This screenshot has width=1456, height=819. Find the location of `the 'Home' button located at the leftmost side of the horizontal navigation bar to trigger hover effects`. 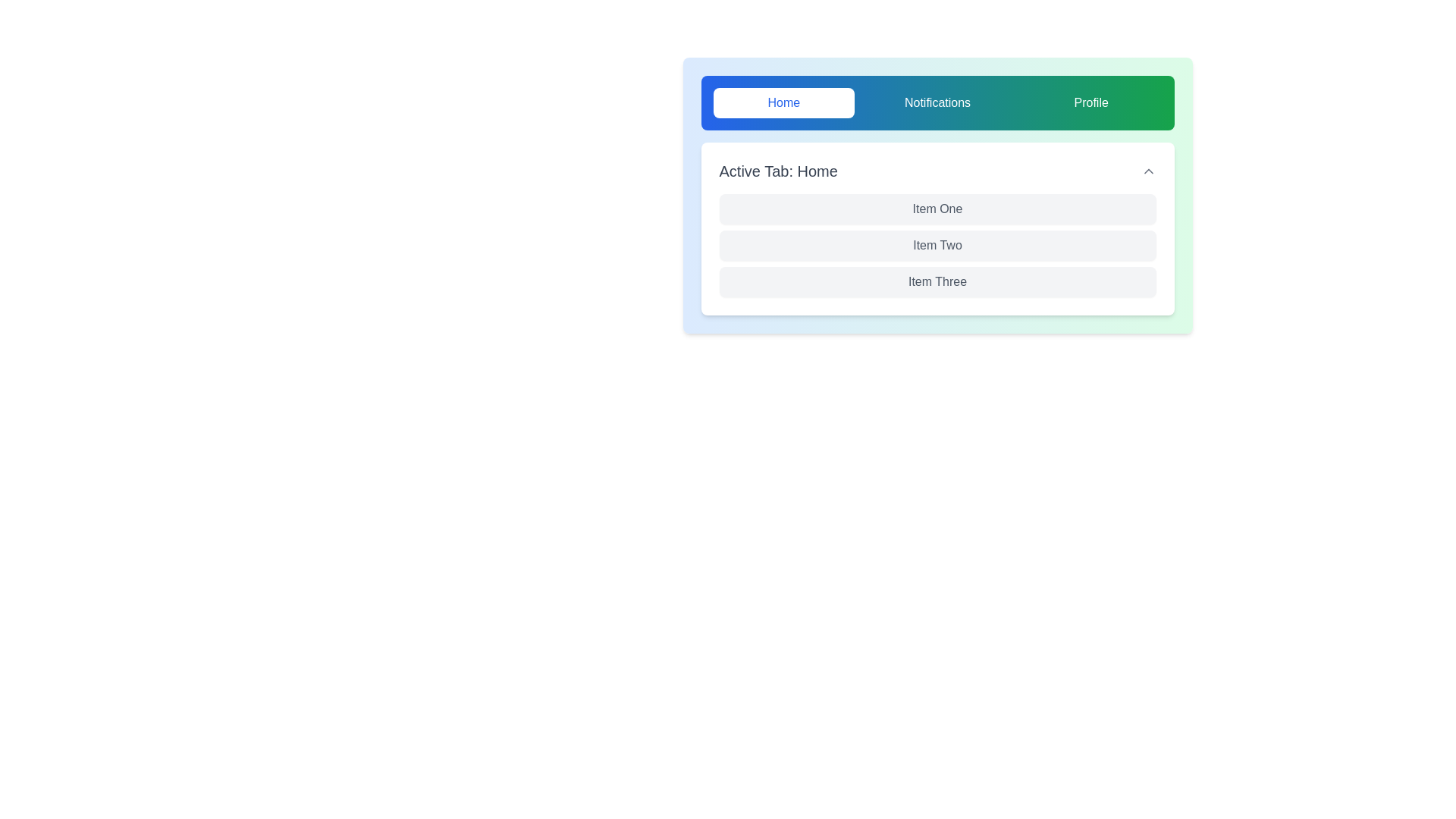

the 'Home' button located at the leftmost side of the horizontal navigation bar to trigger hover effects is located at coordinates (783, 102).